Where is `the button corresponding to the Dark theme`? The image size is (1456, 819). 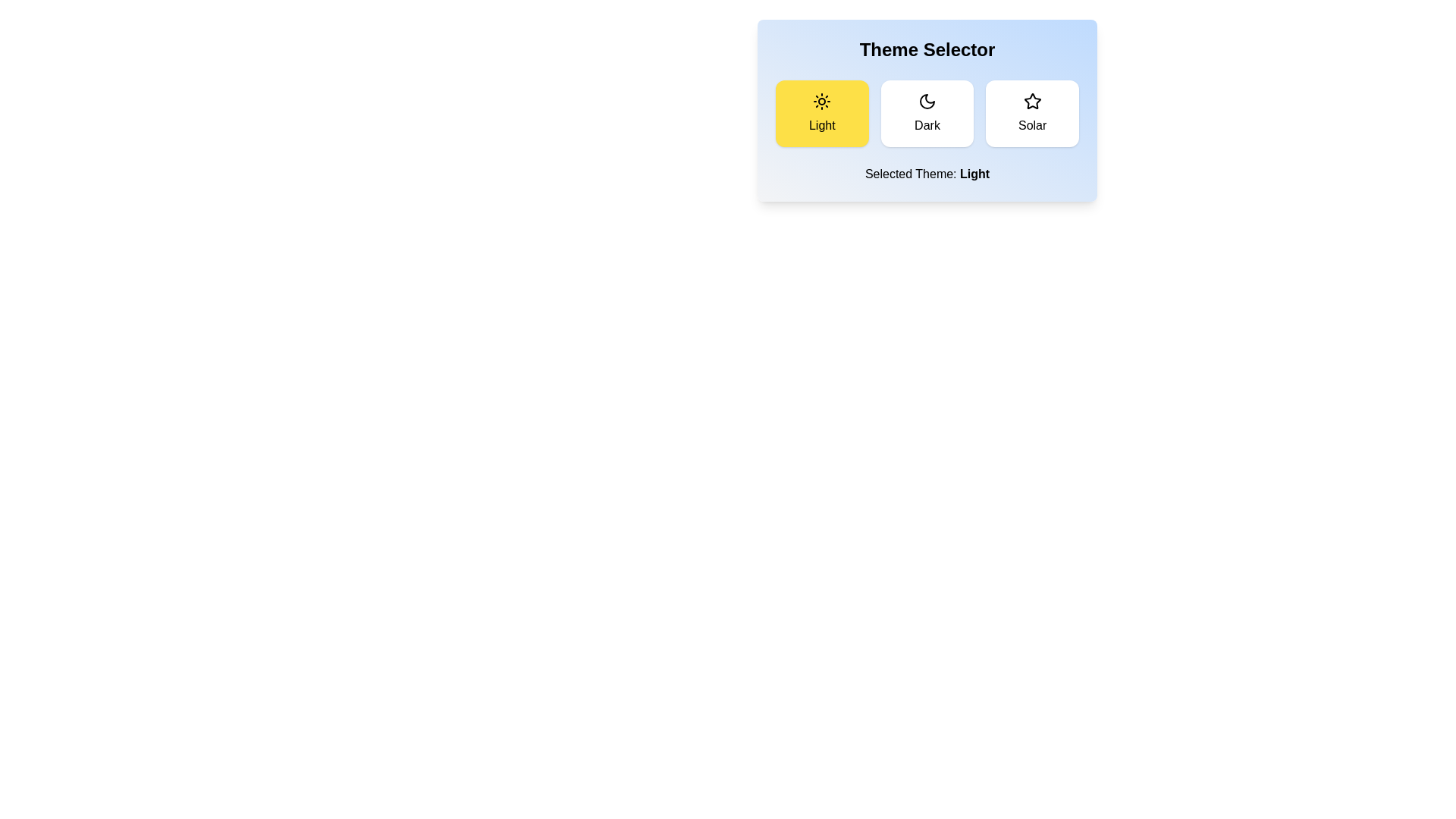 the button corresponding to the Dark theme is located at coordinates (927, 113).